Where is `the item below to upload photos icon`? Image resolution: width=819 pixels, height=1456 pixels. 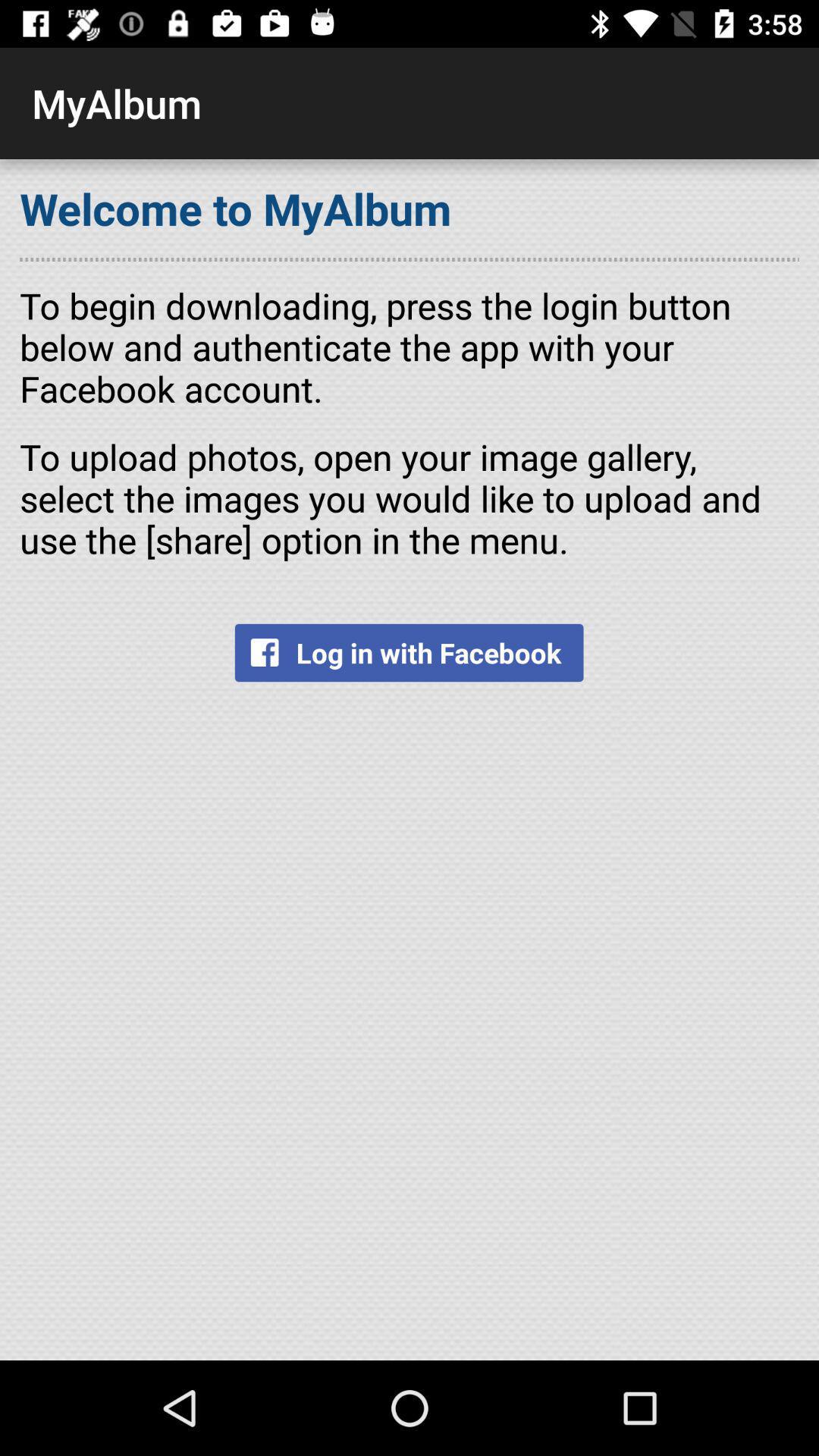
the item below to upload photos icon is located at coordinates (408, 652).